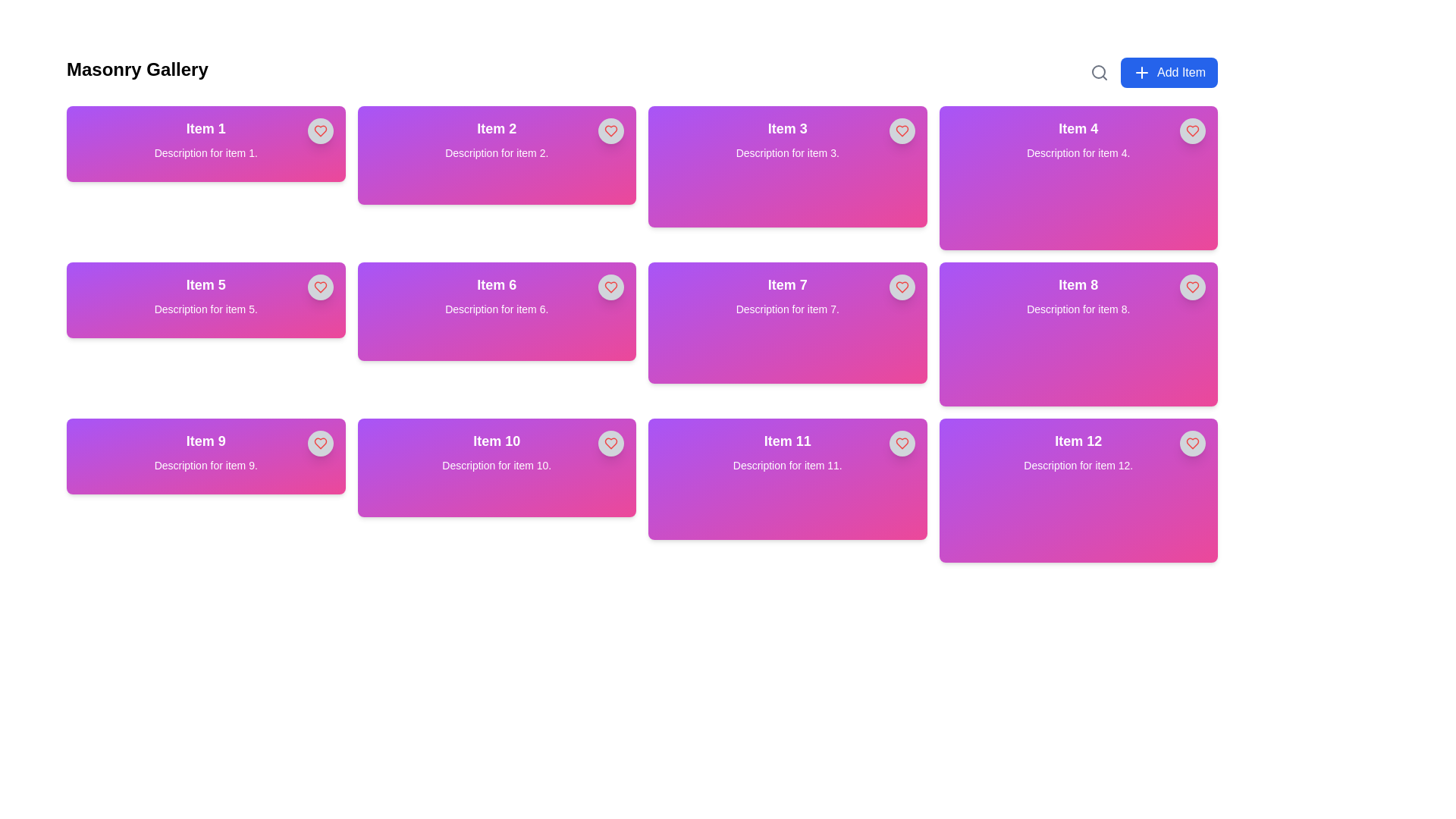 The image size is (1456, 819). I want to click on the text label that displays the title of the item in the first card of the gallery, which is centrally aligned above the description text, so click(205, 127).